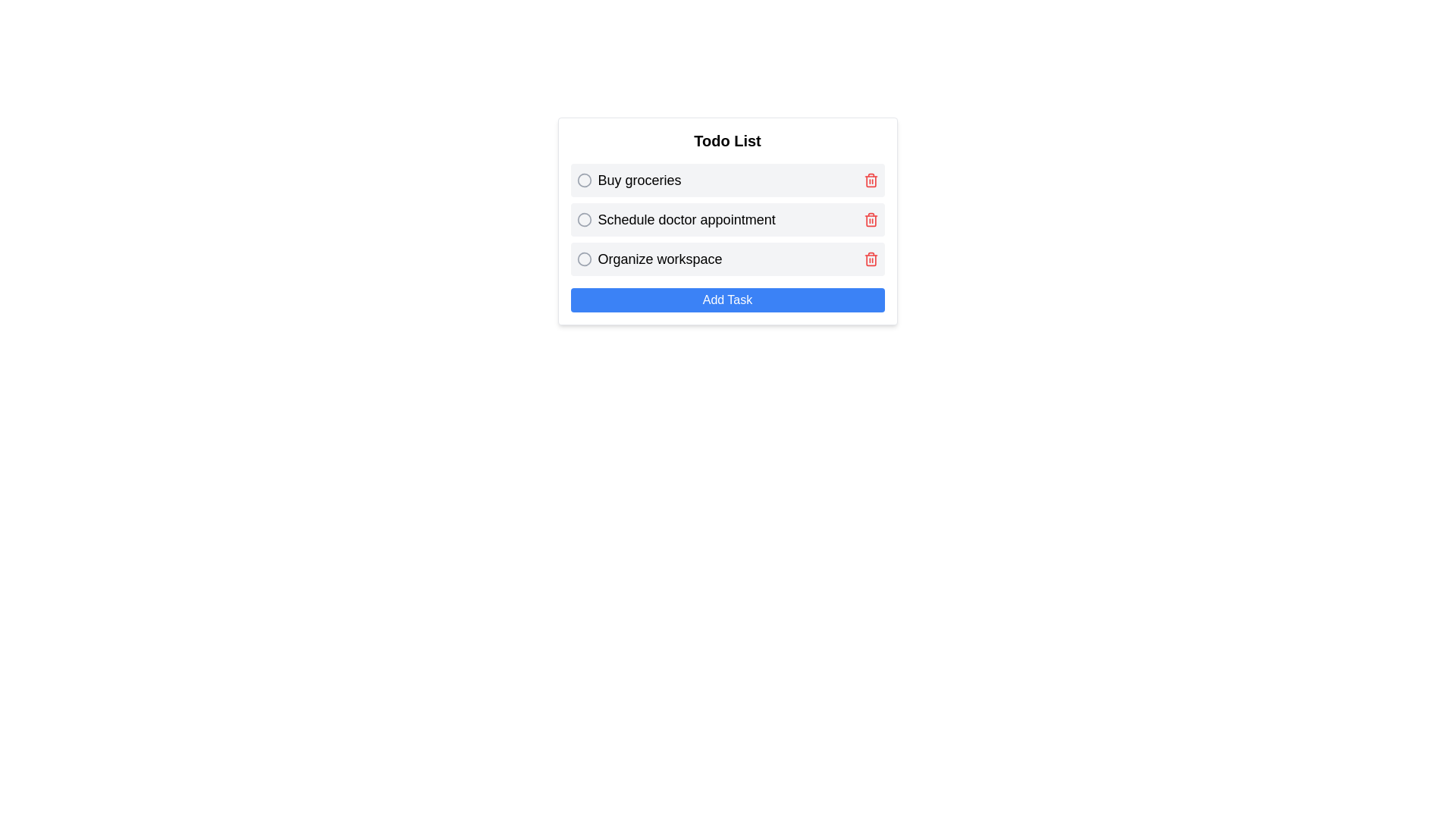 This screenshot has height=819, width=1456. I want to click on to select or toggle the checkbox for the task 'Schedule doctor appointment' in the 'Todo List.', so click(583, 219).